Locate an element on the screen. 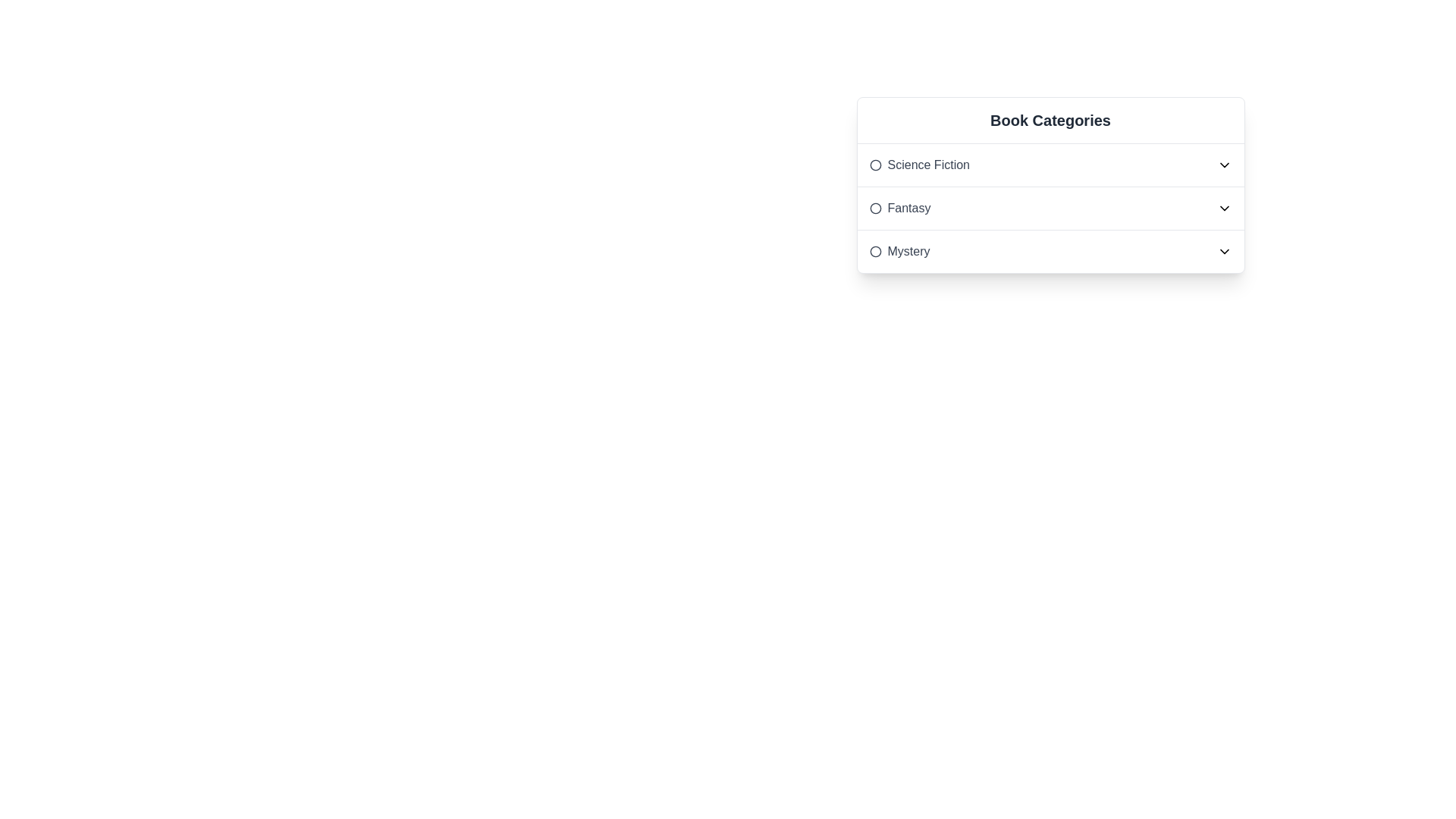  the third circular marker in the vertical list of selectable categories, located next to the text 'Mystery' is located at coordinates (875, 250).